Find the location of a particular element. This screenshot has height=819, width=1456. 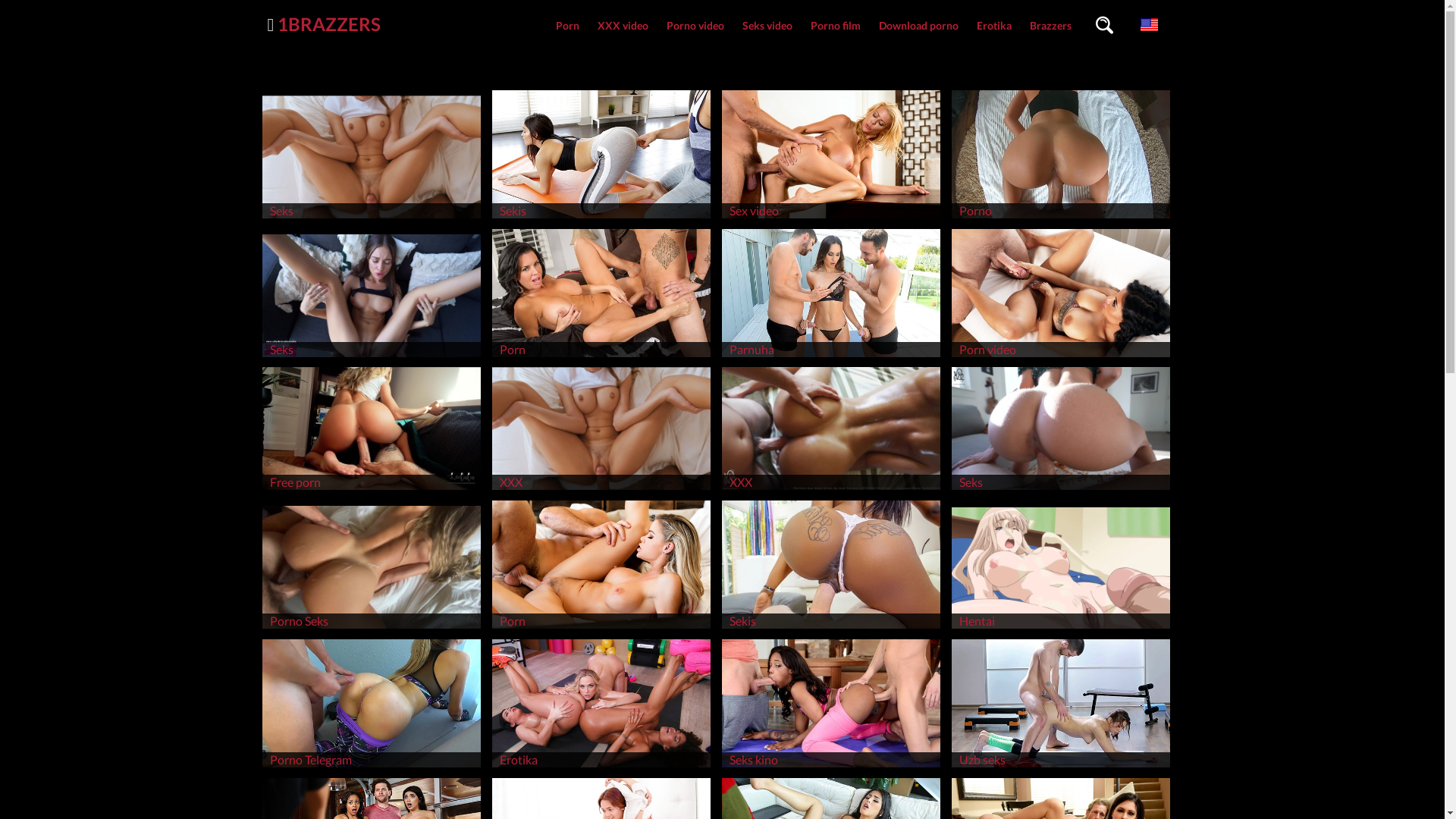

'Seks video' is located at coordinates (767, 26).